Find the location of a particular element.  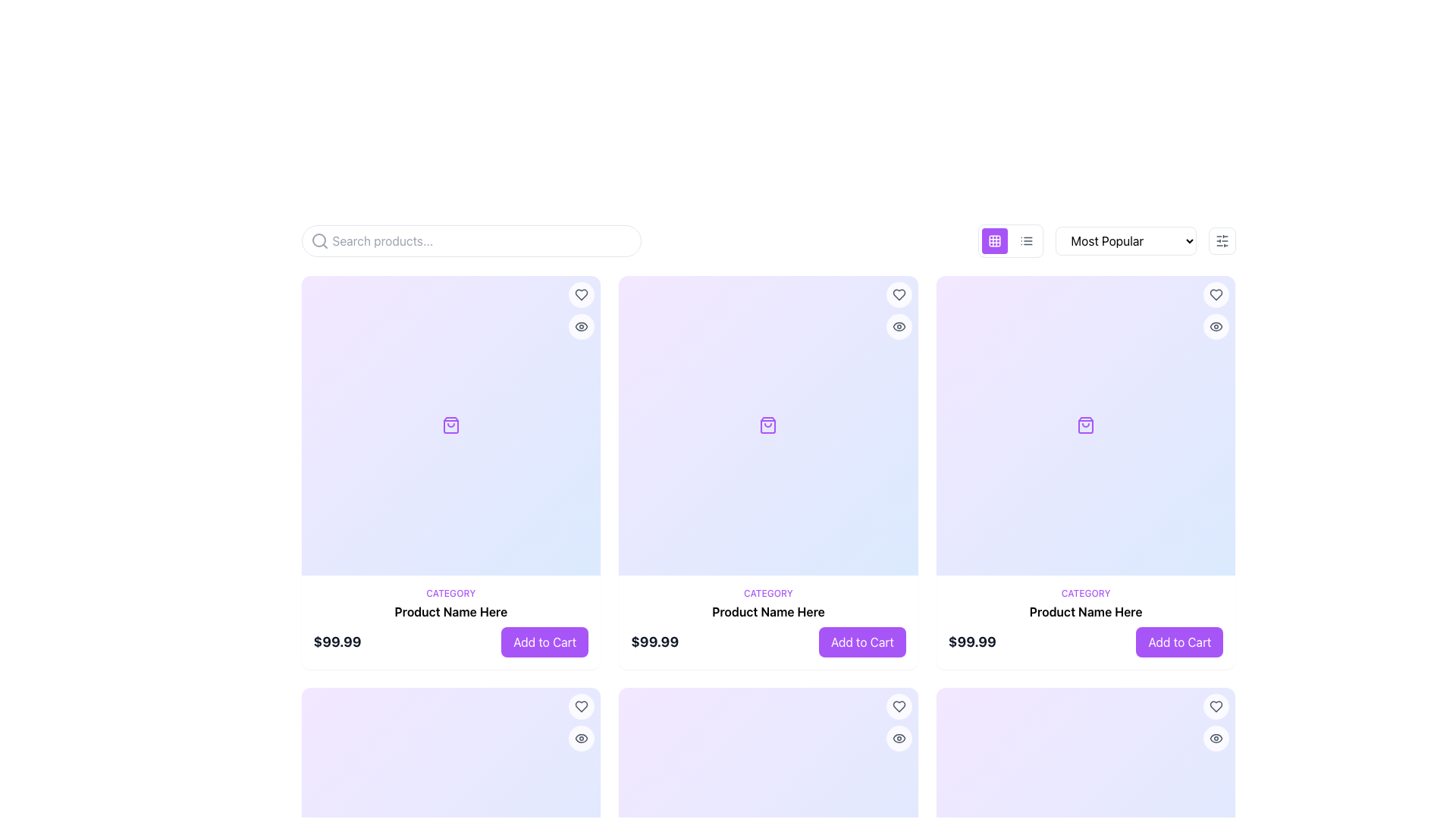

the button group containing 'like/favorite' and 'view' buttons located at the top-right corner of the product card is located at coordinates (899, 309).